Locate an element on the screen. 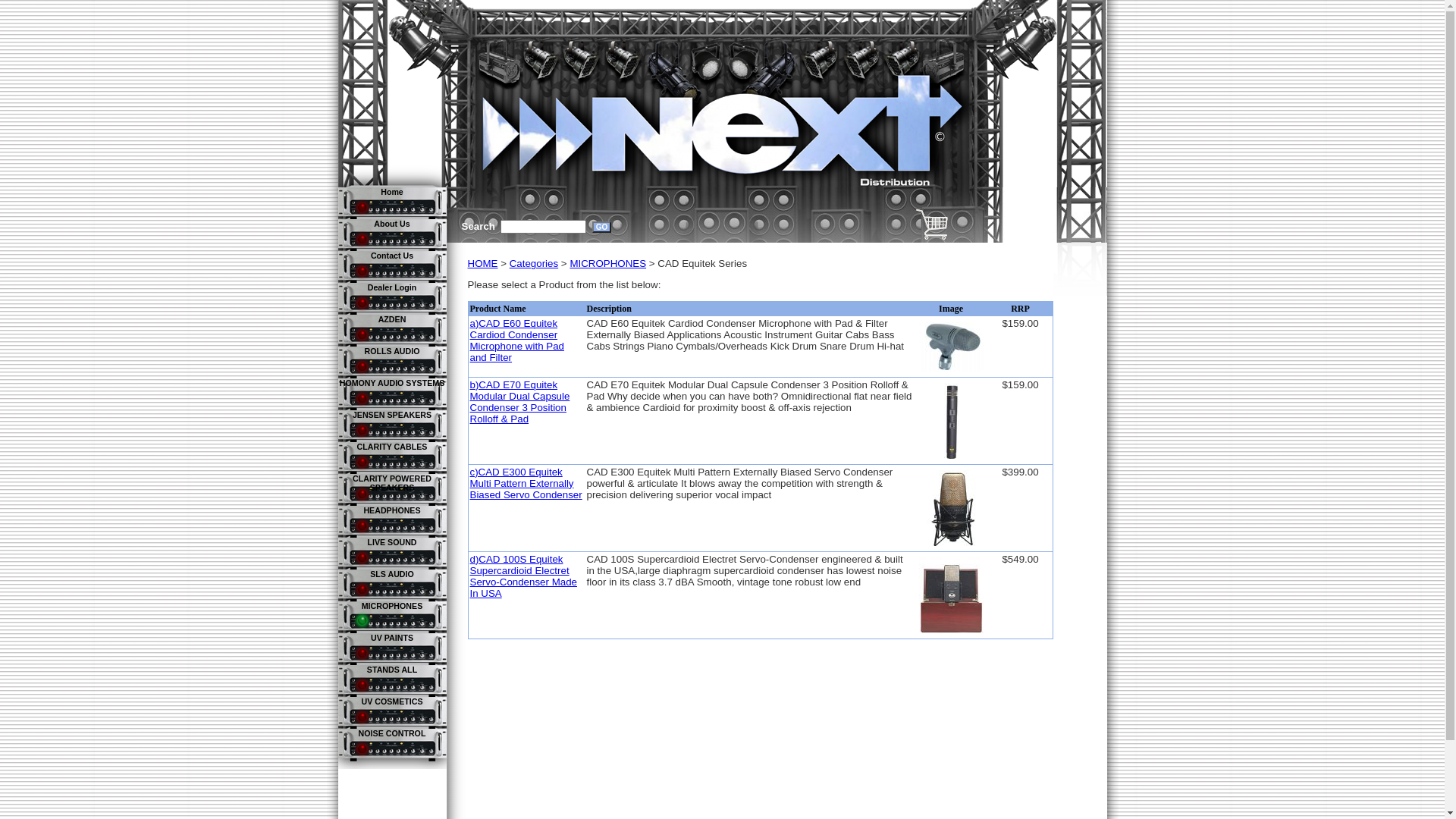 Image resolution: width=1456 pixels, height=819 pixels. 'Categories' is located at coordinates (510, 262).